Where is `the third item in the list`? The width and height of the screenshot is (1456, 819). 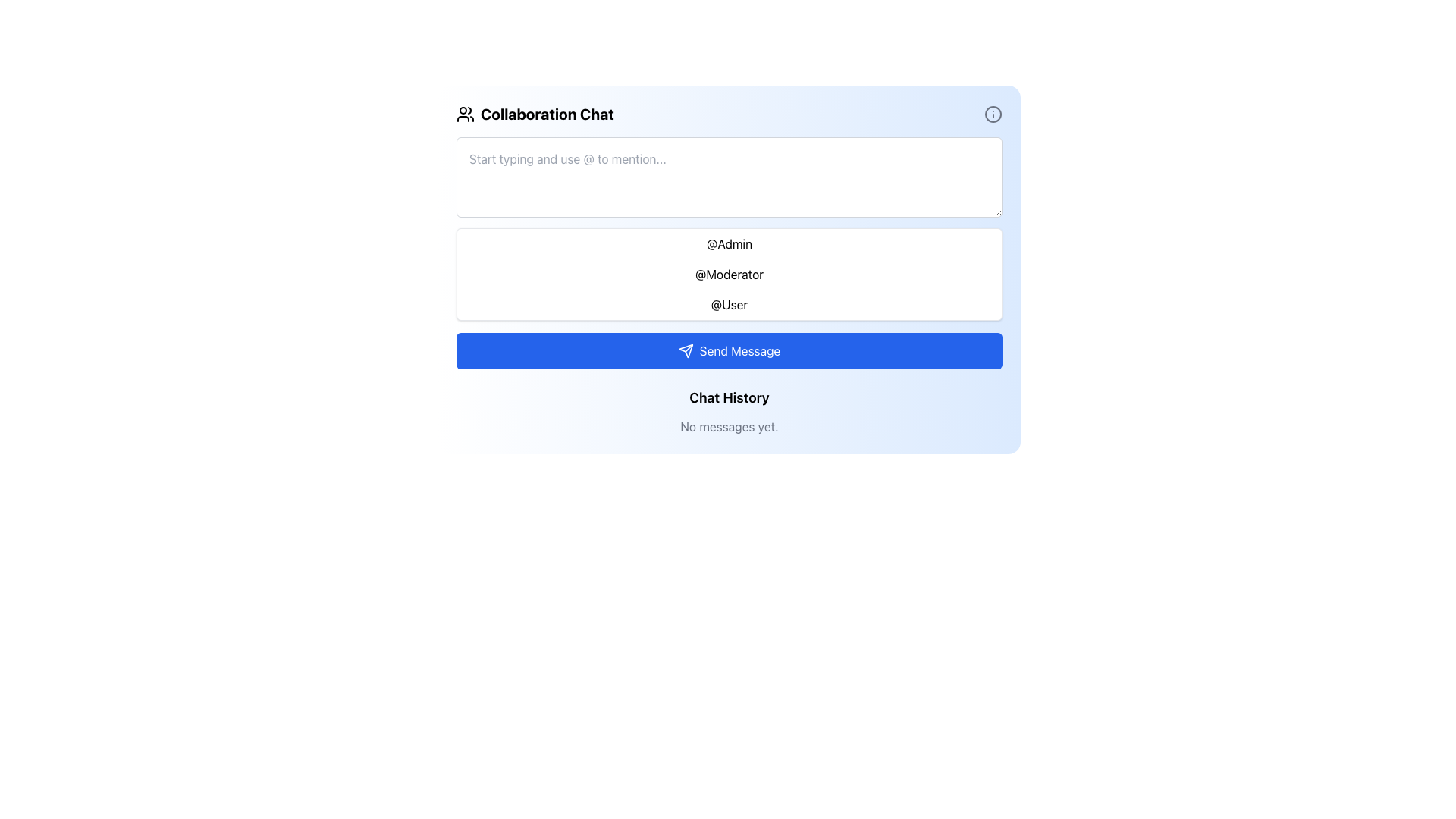
the third item in the list is located at coordinates (729, 304).